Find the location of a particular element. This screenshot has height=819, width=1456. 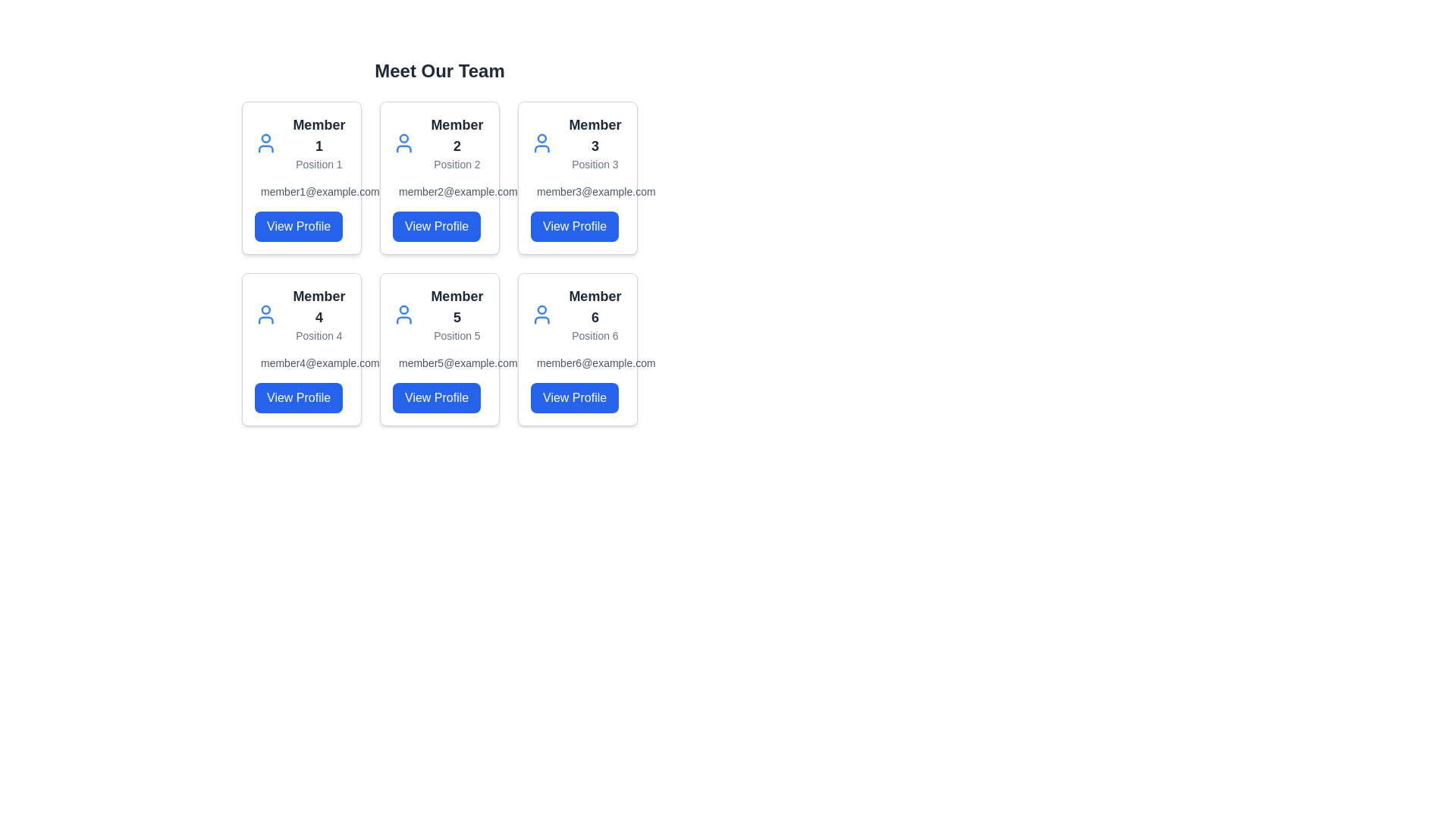

the text block that identifies the first team member by name and position, located in the top-left corner of the grid layout is located at coordinates (318, 143).